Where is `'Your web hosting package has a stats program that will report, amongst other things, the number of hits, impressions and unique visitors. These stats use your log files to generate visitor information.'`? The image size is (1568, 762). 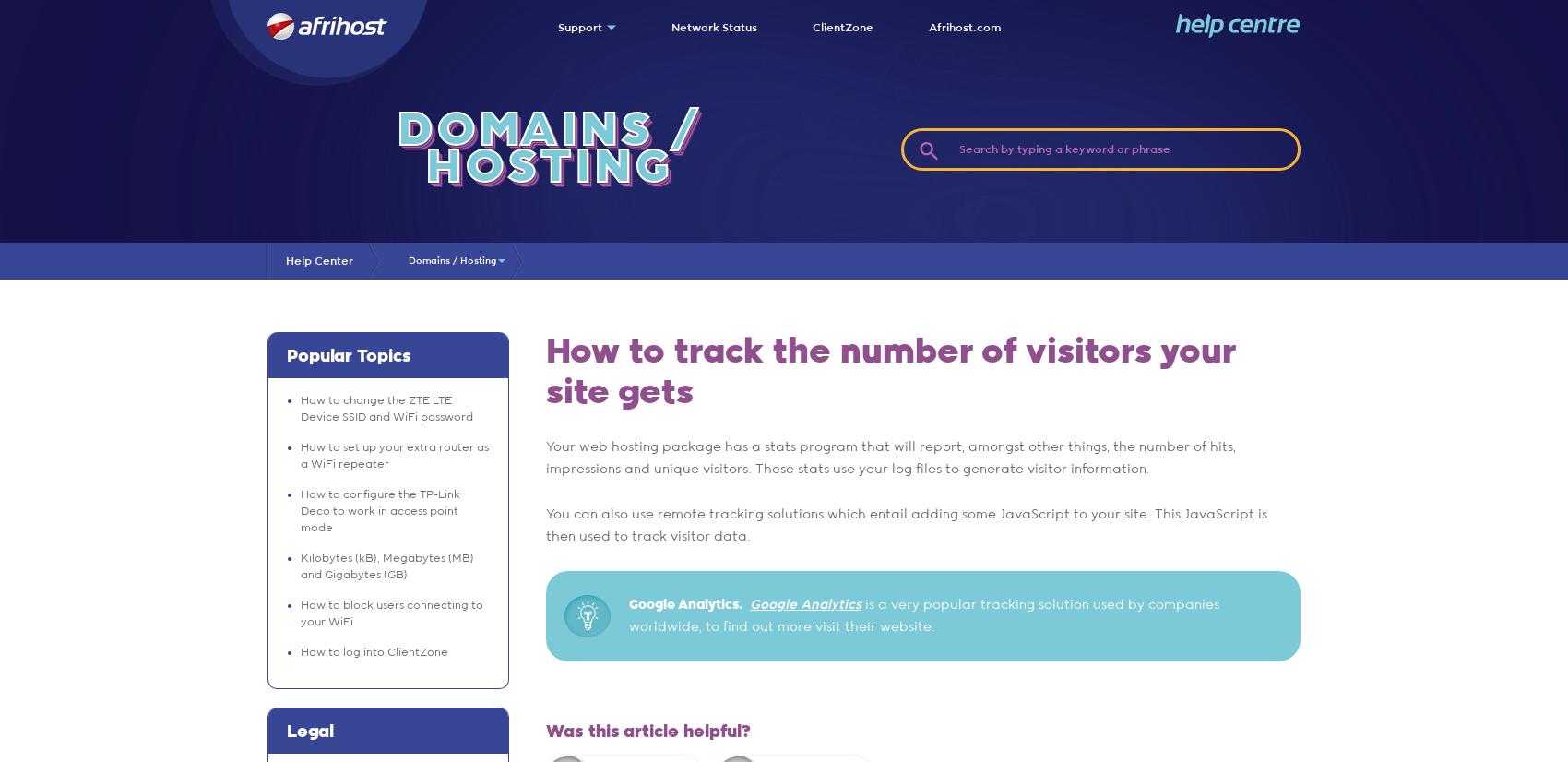
'Your web hosting package has a stats program that will report, amongst other things, the number of hits, impressions and unique visitors. These stats use your log files to generate visitor information.' is located at coordinates (889, 458).